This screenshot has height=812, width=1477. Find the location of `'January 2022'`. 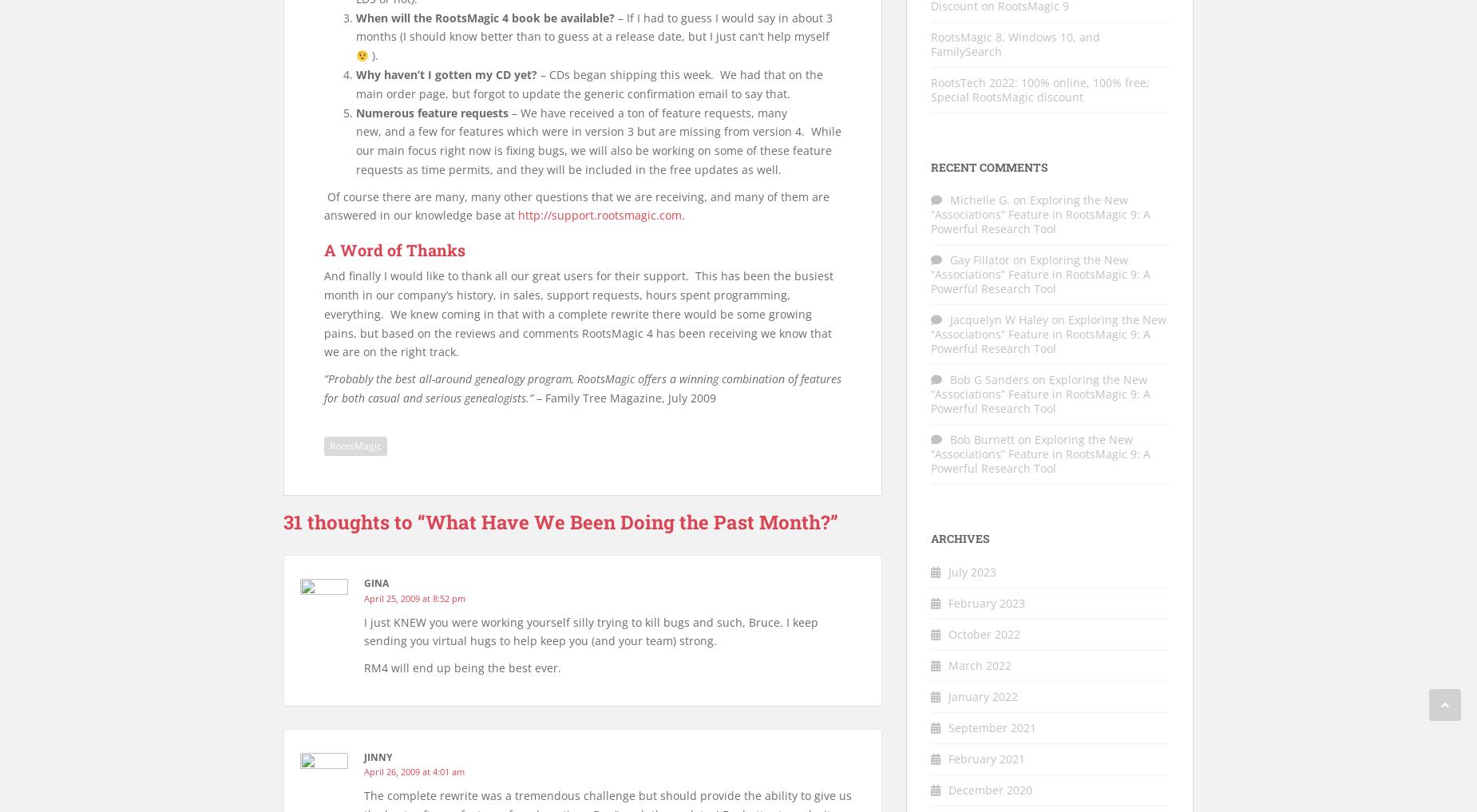

'January 2022' is located at coordinates (982, 695).